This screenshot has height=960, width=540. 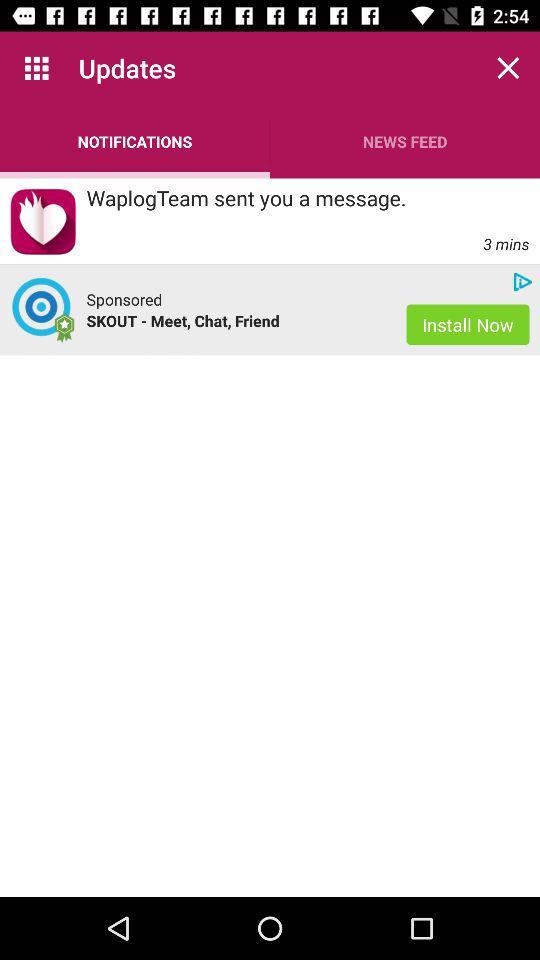 What do you see at coordinates (36, 68) in the screenshot?
I see `app above the notifications app` at bounding box center [36, 68].